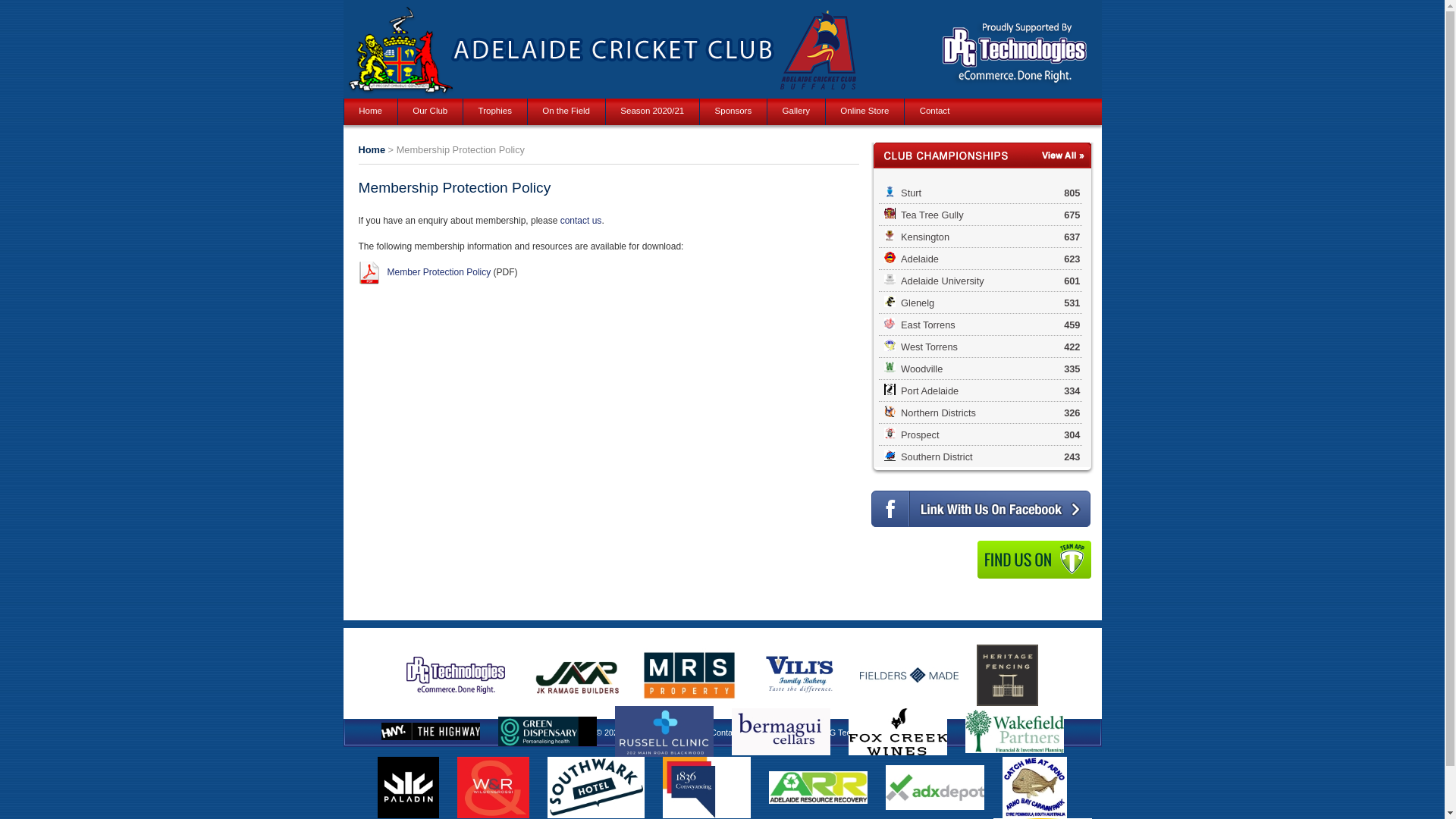 This screenshot has width=1456, height=819. I want to click on 'Home', so click(371, 149).